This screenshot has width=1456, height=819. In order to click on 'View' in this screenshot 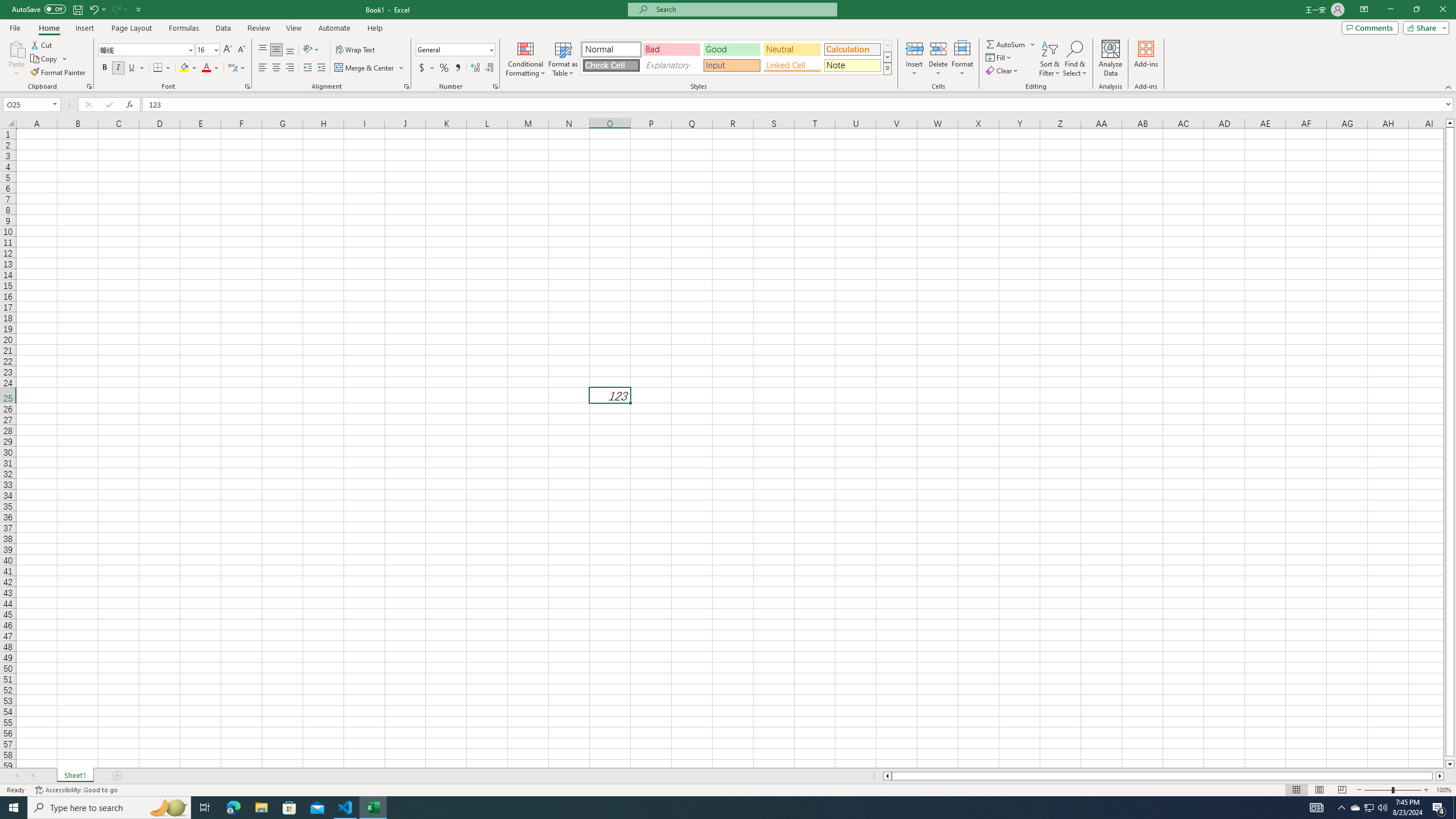, I will do `click(292, 28)`.